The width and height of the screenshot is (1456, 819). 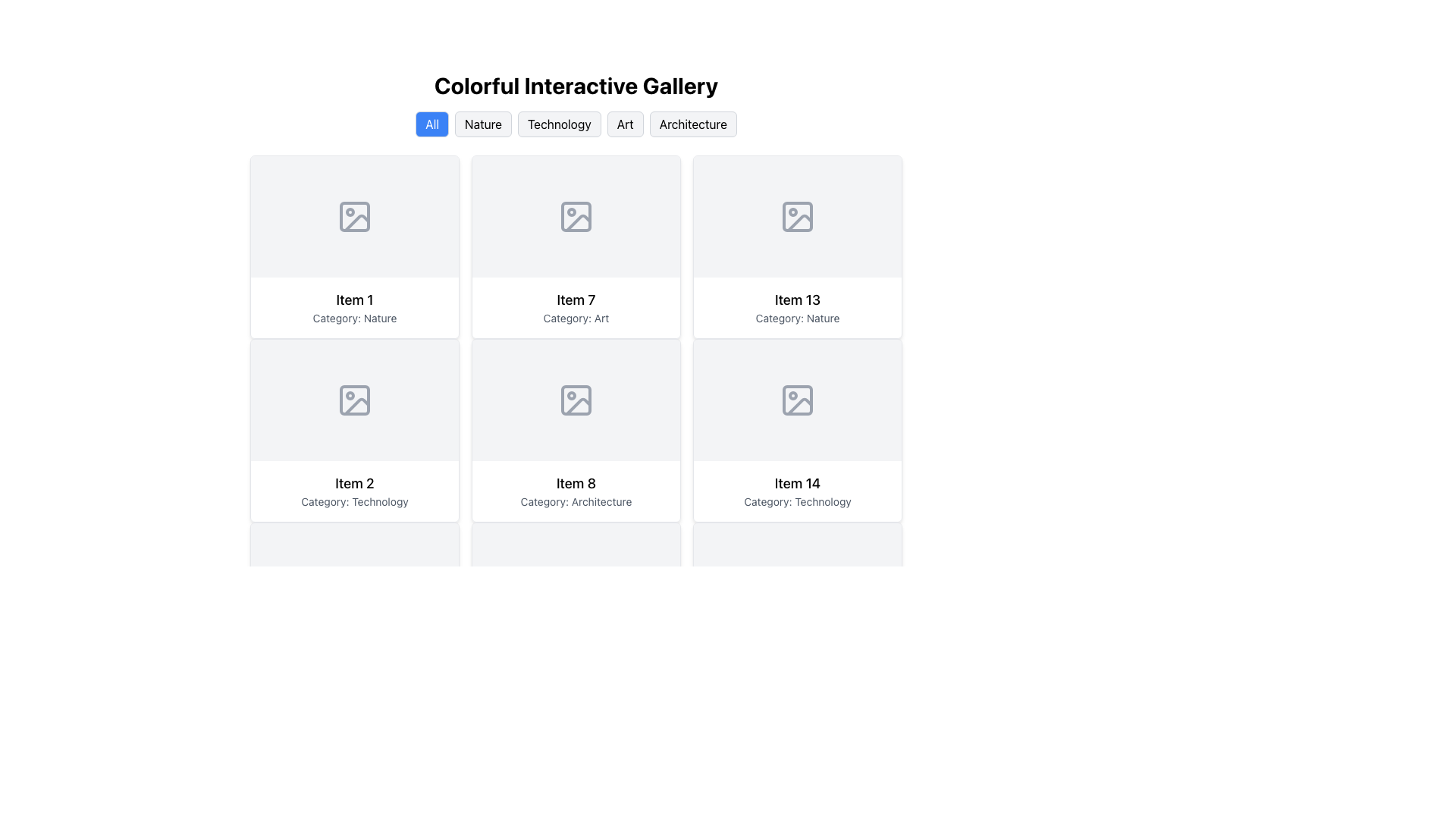 I want to click on the placeholder or icon representing an image located in the upper section of the fourth panel in the grid layout's bottom row, which contains the text 'Item 14' and 'Category: Technology', so click(x=796, y=400).